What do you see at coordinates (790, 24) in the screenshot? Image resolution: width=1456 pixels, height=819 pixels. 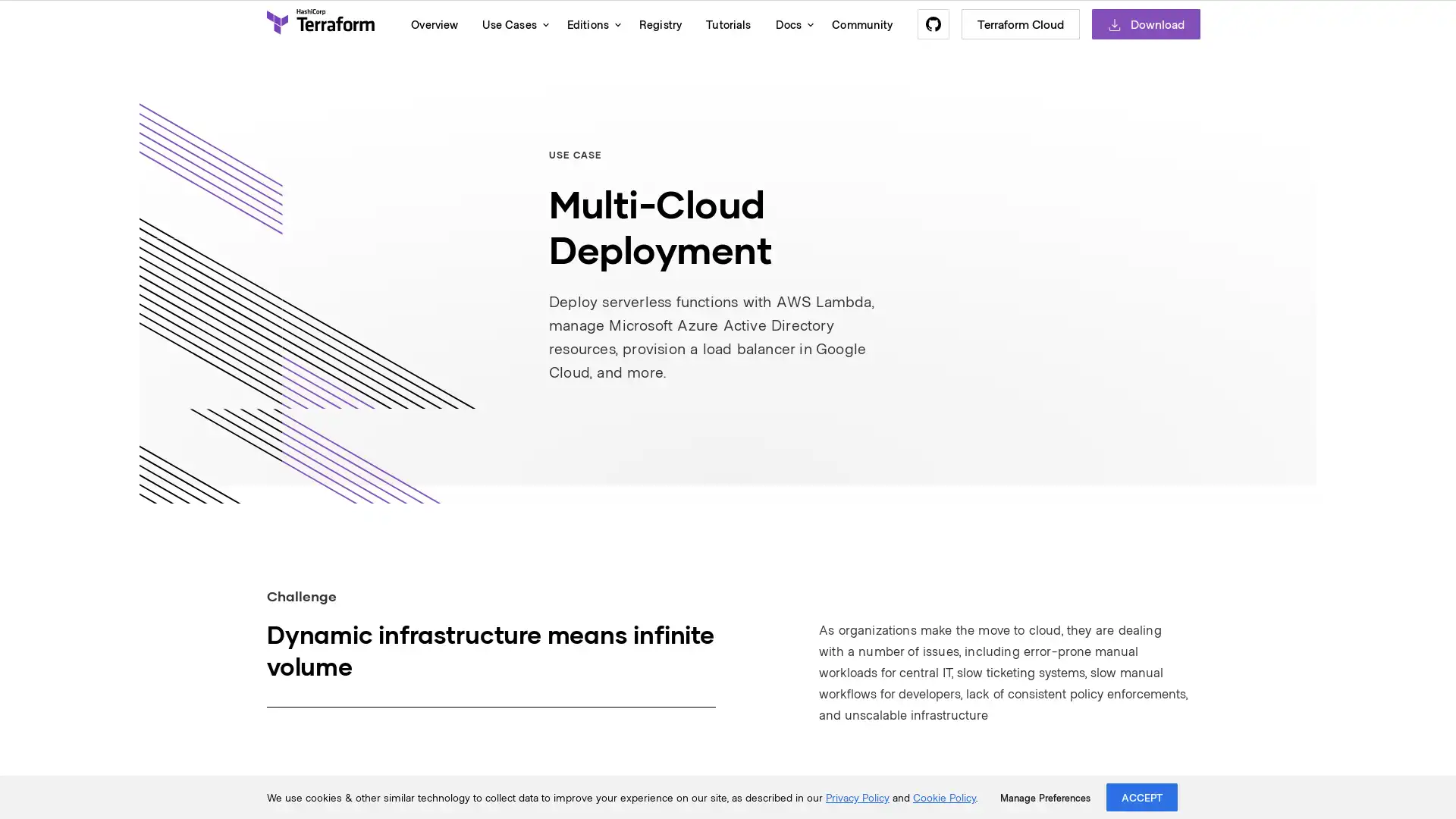 I see `Docs` at bounding box center [790, 24].